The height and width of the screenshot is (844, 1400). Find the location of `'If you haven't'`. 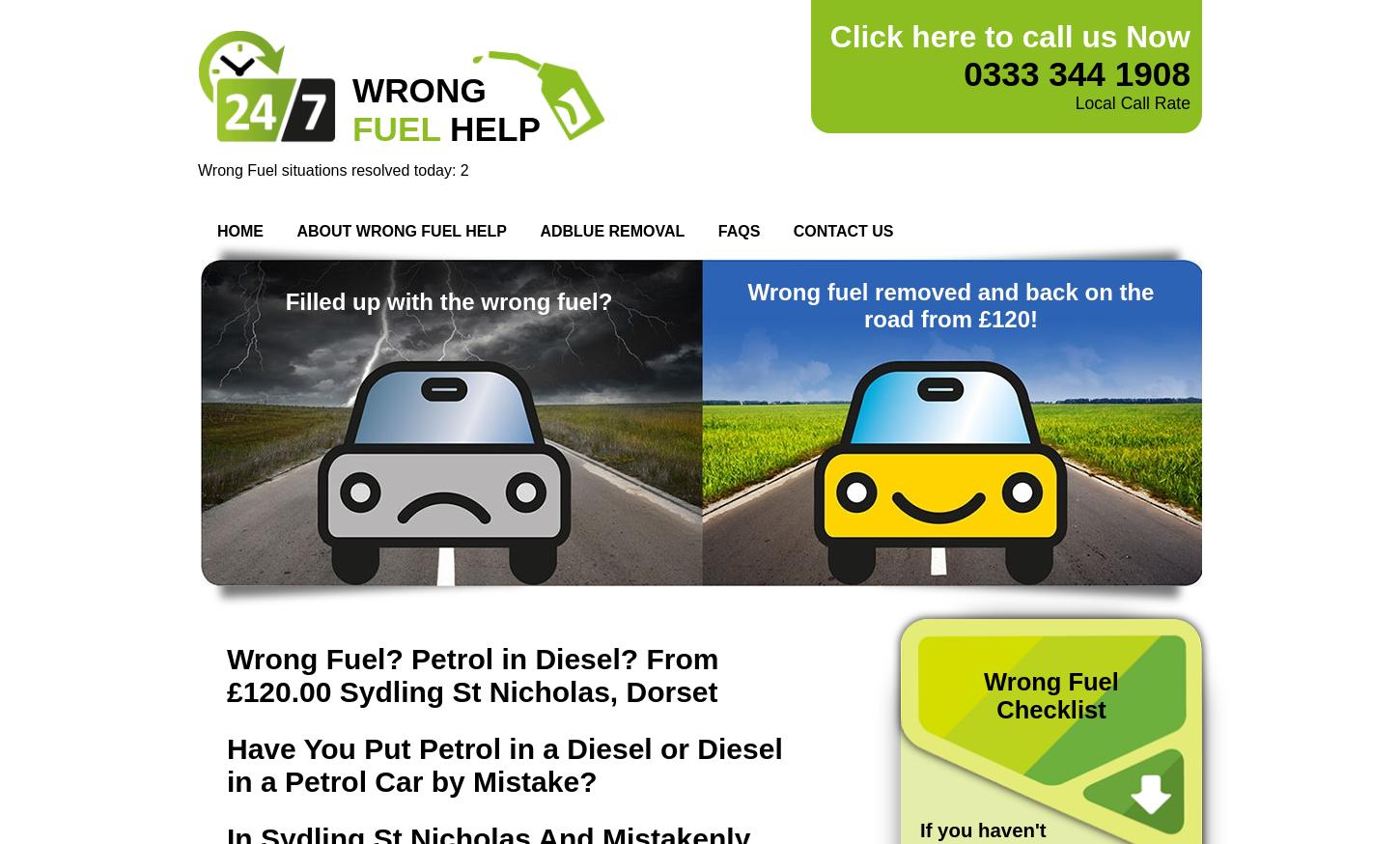

'If you haven't' is located at coordinates (983, 829).